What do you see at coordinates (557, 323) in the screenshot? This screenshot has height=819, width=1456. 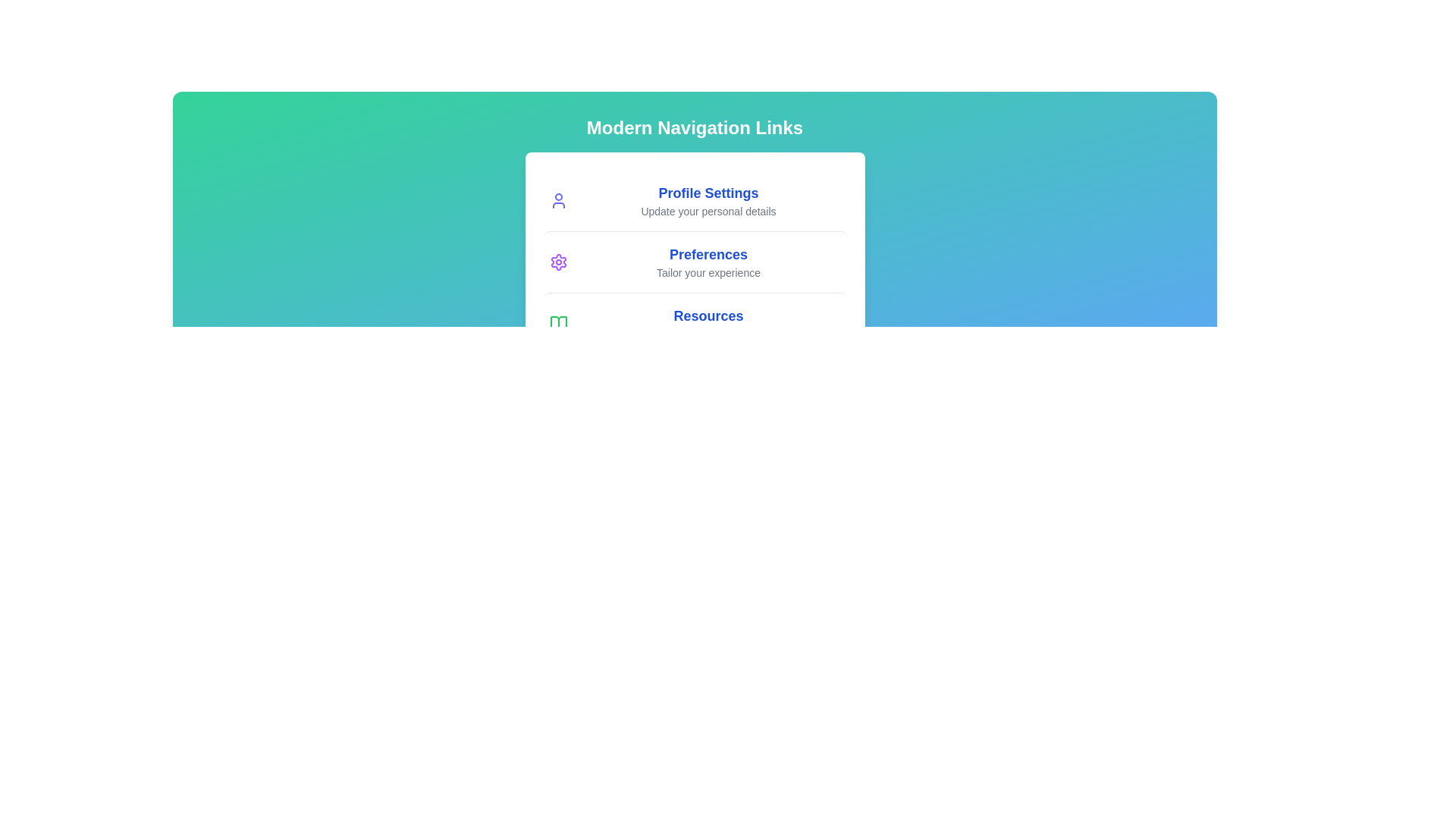 I see `the open book icon, which is green and has a sharp outline, located to the left of the 'Resources' text in the Modern Navigation Links section of the vertical menu` at bounding box center [557, 323].